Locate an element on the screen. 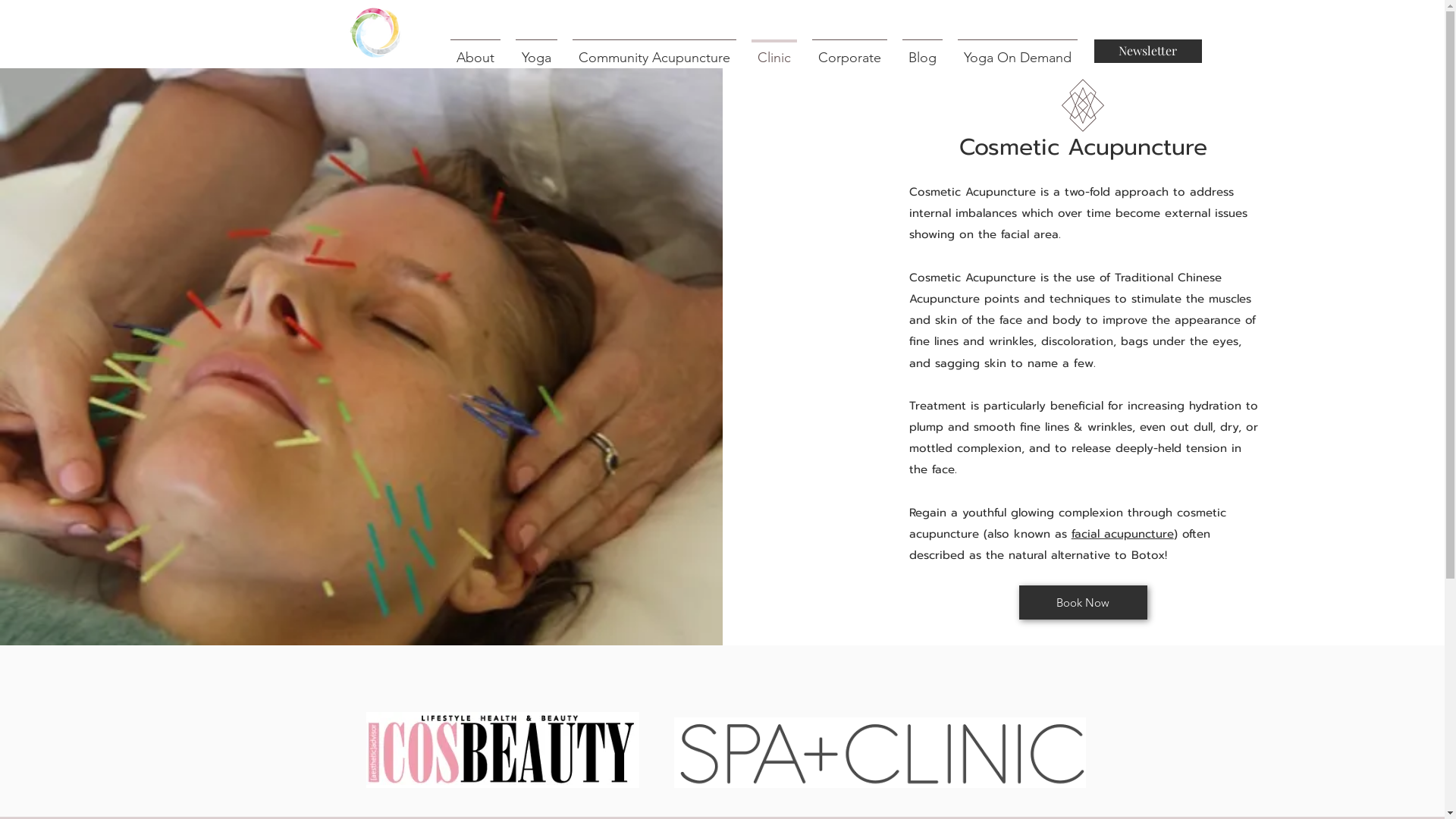 This screenshot has width=1456, height=819. 'Community Acupuncture' is located at coordinates (654, 50).